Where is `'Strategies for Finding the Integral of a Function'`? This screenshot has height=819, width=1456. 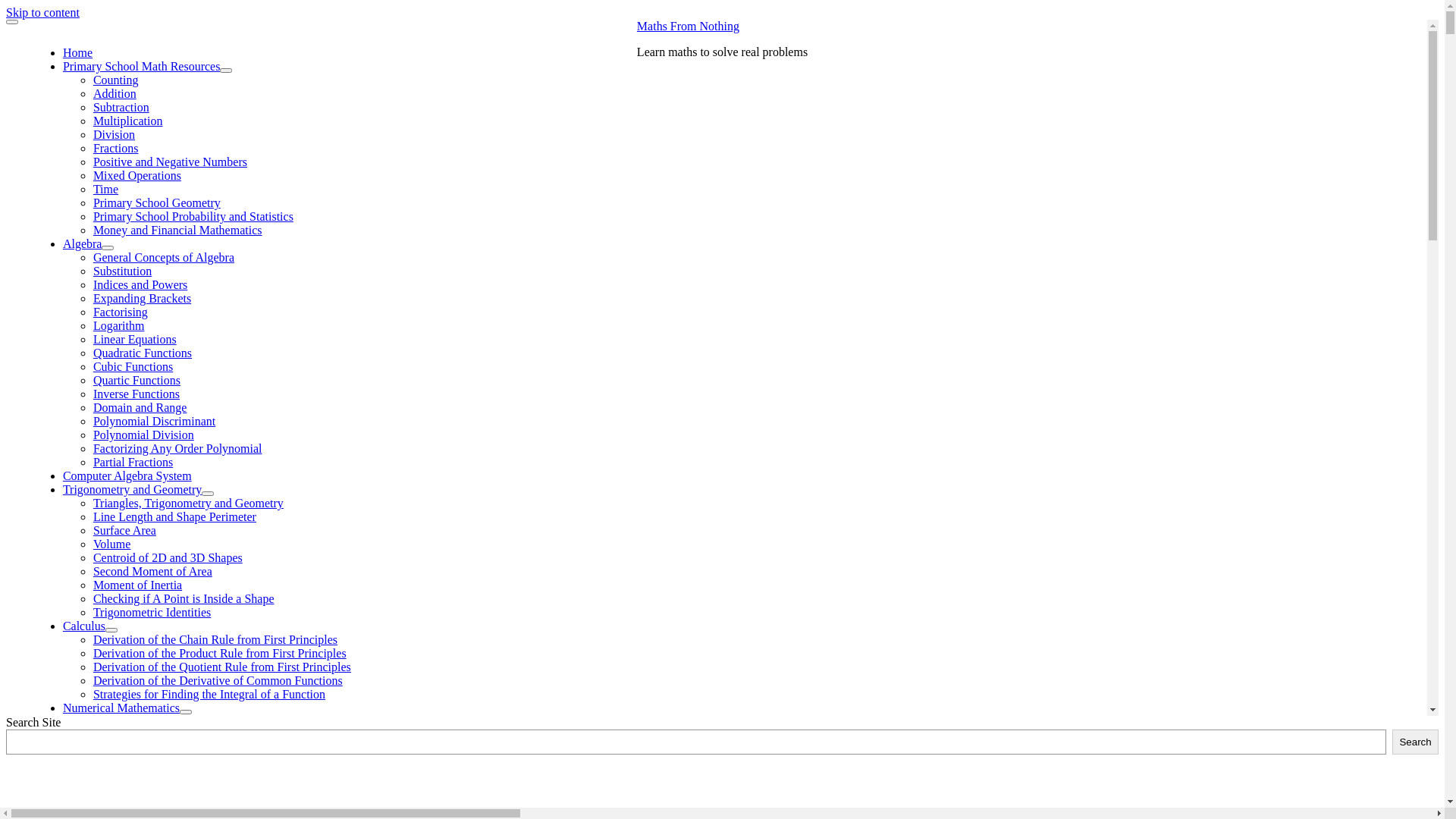 'Strategies for Finding the Integral of a Function' is located at coordinates (208, 694).